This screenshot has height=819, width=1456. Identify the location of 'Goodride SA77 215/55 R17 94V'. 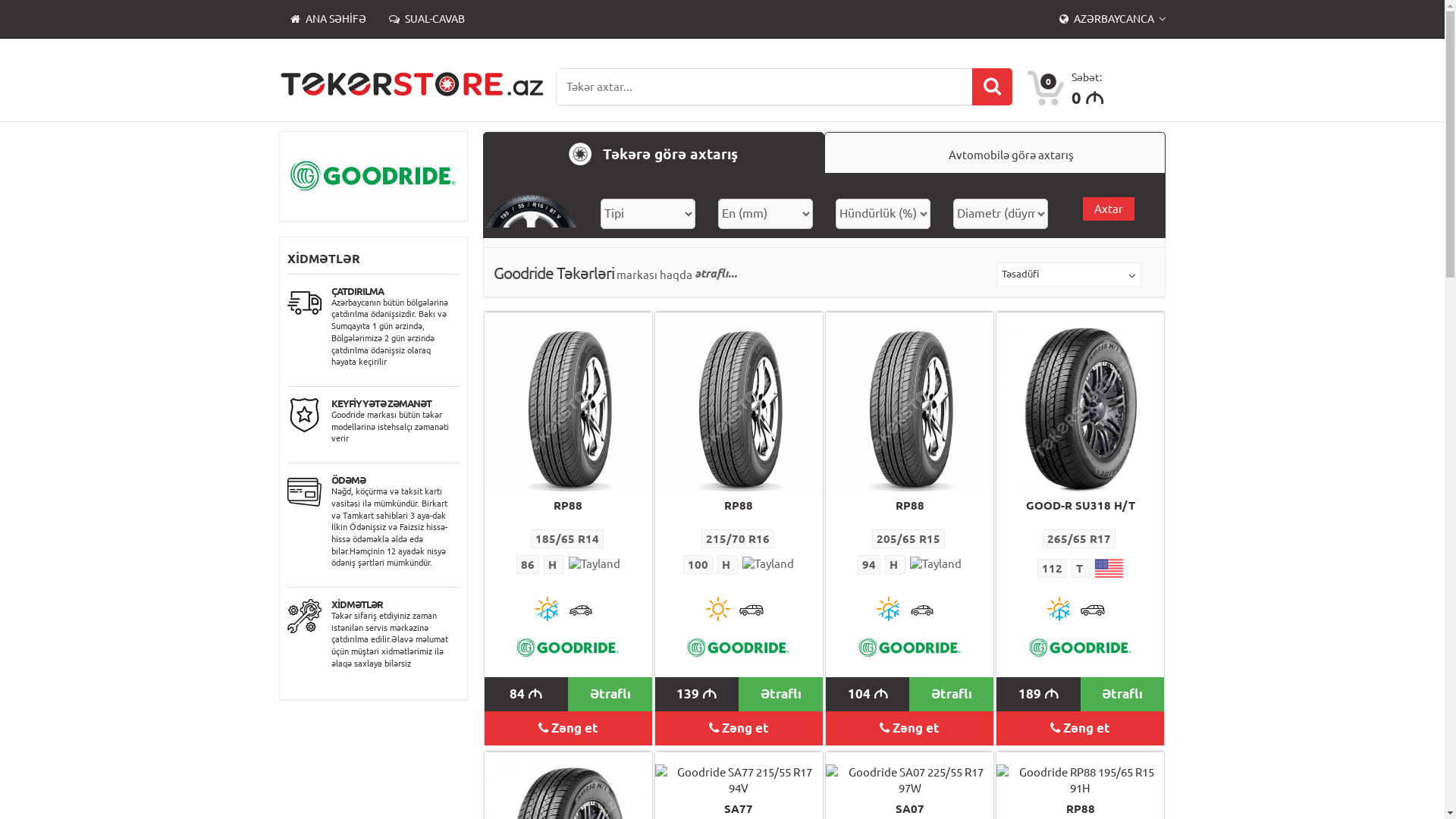
(739, 780).